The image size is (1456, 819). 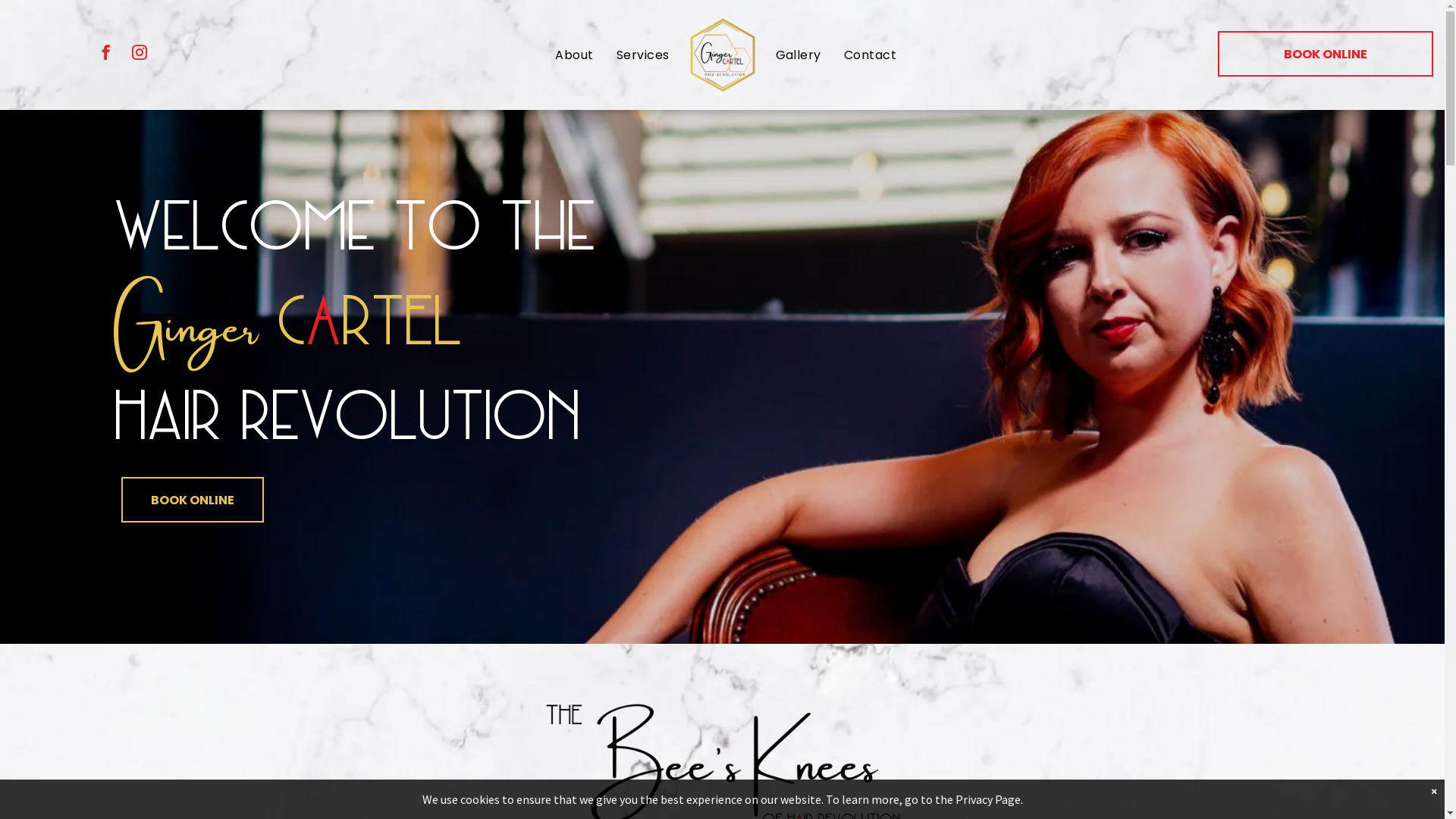 What do you see at coordinates (573, 54) in the screenshot?
I see `'About'` at bounding box center [573, 54].